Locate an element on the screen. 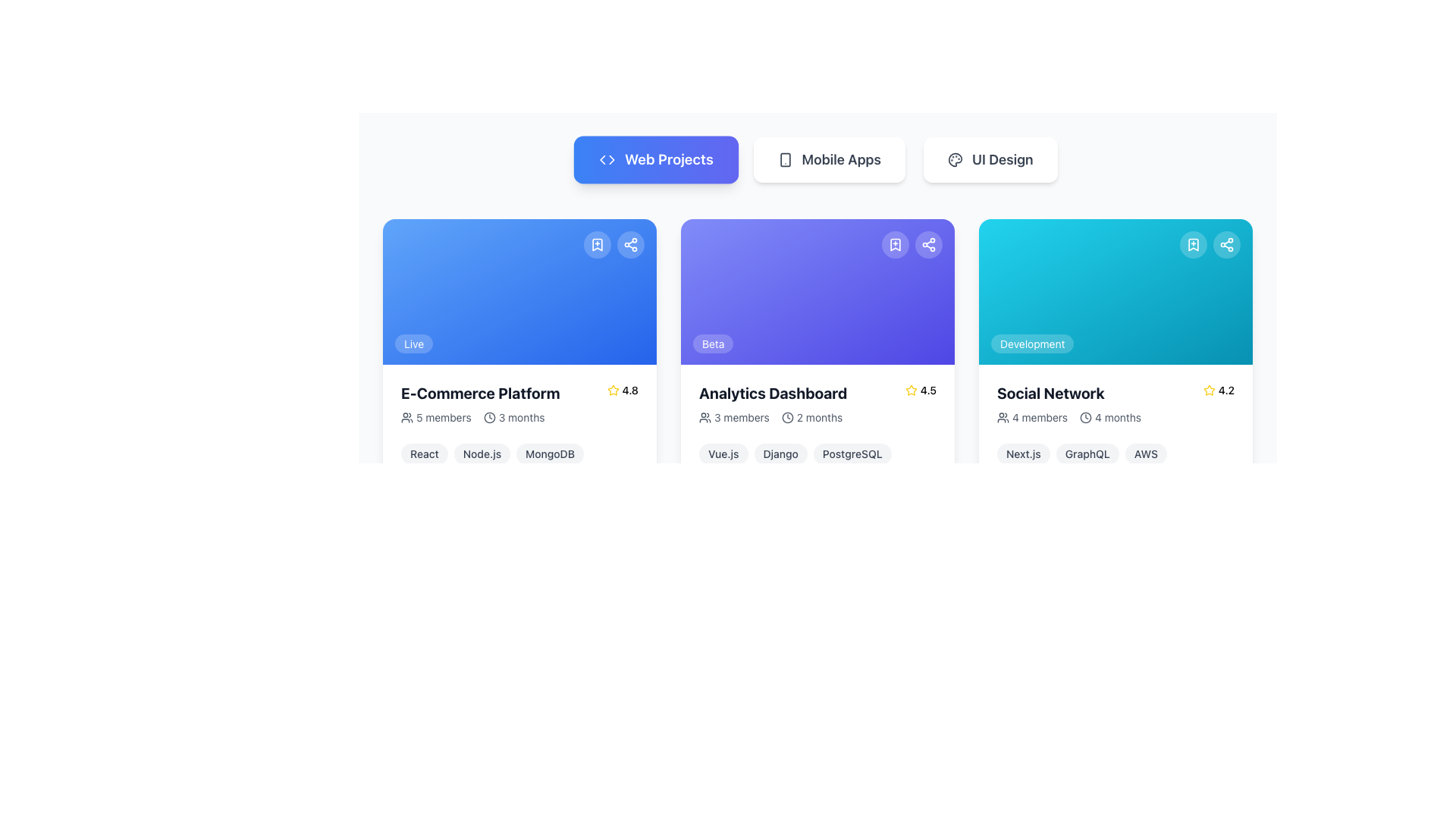 The width and height of the screenshot is (1456, 819). the label indicating the association of the 'AWS' technology or platform located in the bottom section of the card labeled 'Social Network', positioned as the third element in a row of labels following 'Next.js' and 'GraphQL' is located at coordinates (1146, 453).